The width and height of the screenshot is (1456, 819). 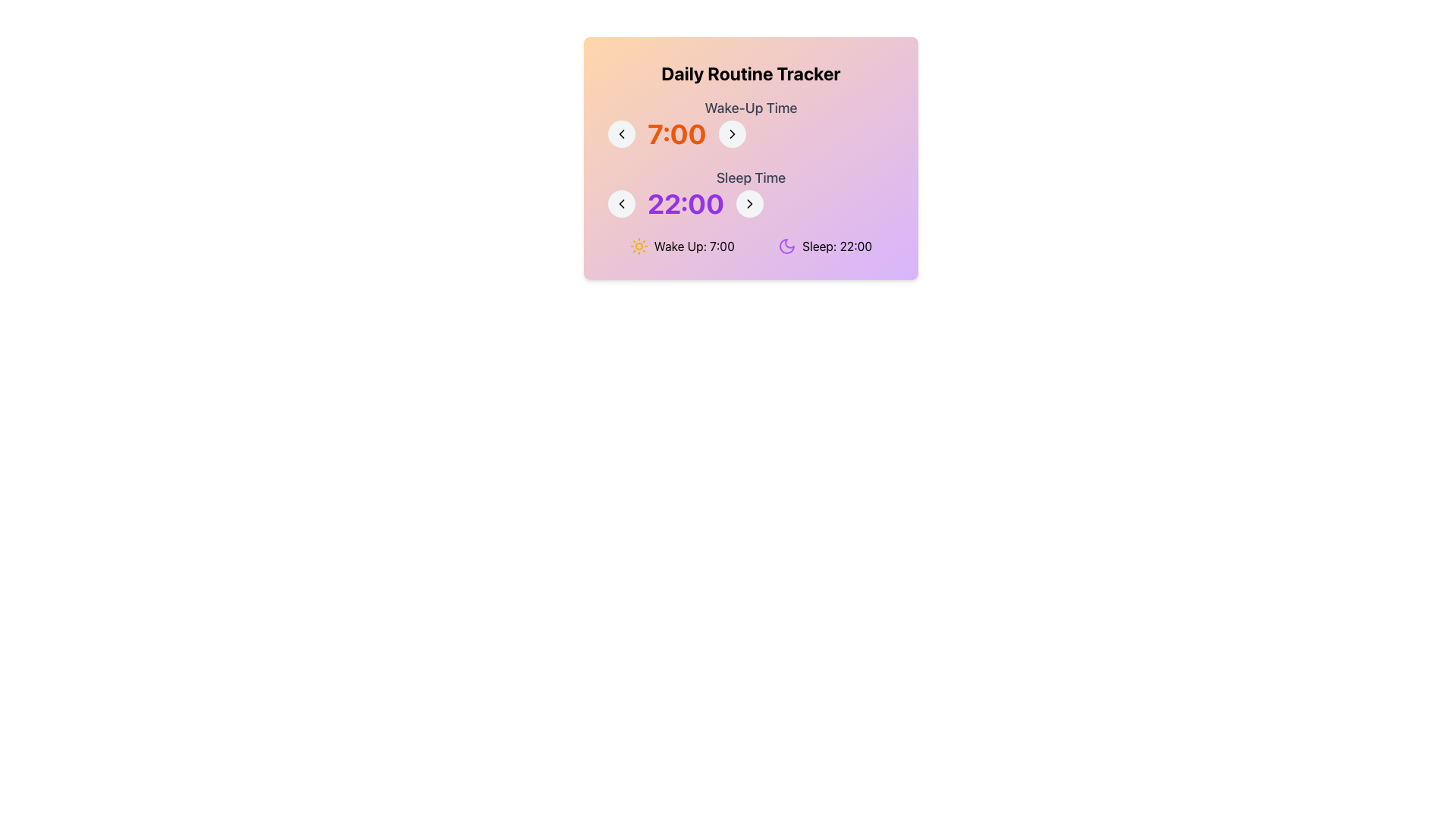 What do you see at coordinates (751, 107) in the screenshot?
I see `the text label that identifies the wake-up time setting, which is located above the time value '7:00' and surrounded by time control buttons` at bounding box center [751, 107].